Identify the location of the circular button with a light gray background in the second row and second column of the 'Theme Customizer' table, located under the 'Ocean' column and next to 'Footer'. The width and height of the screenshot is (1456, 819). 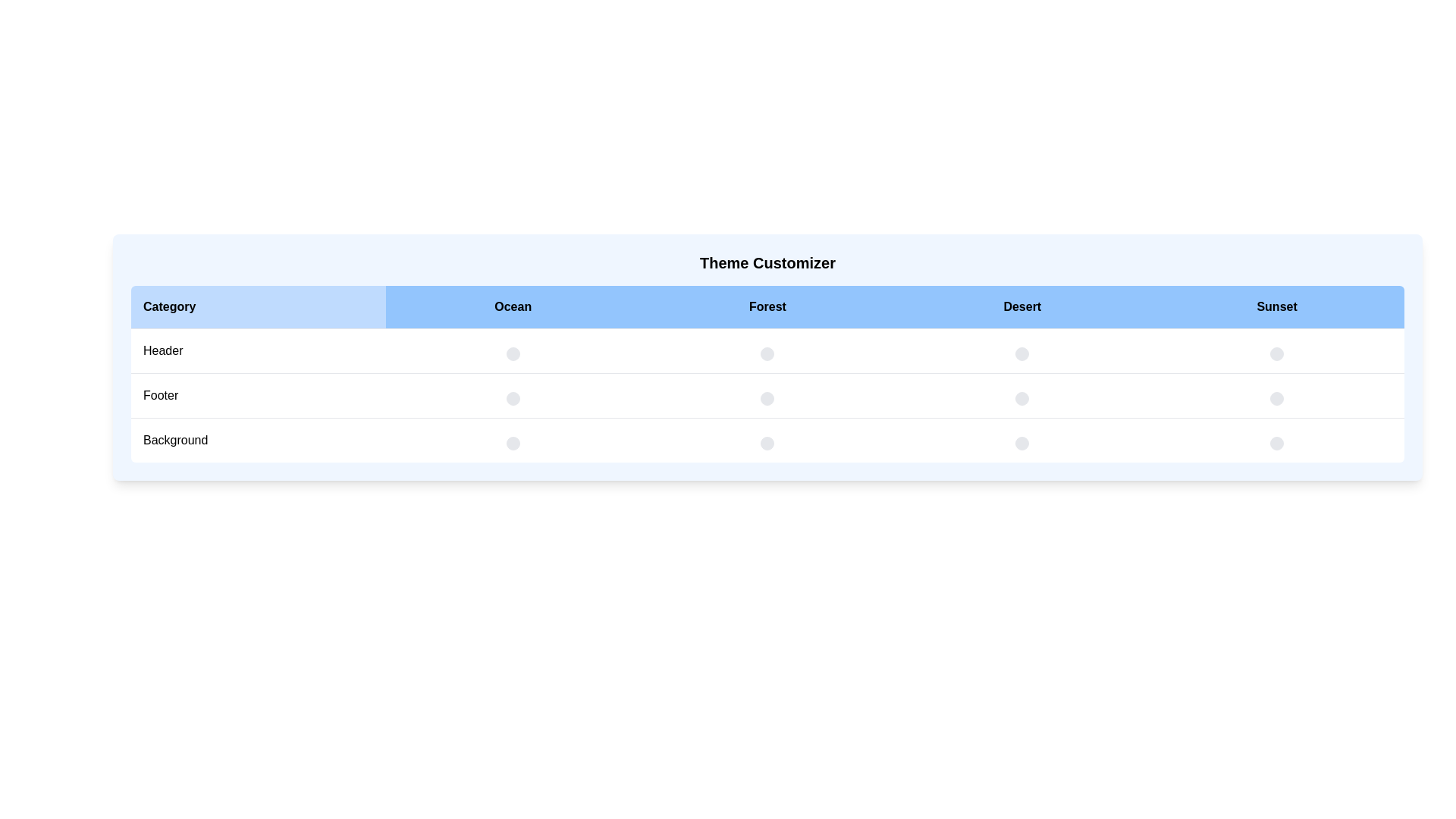
(513, 397).